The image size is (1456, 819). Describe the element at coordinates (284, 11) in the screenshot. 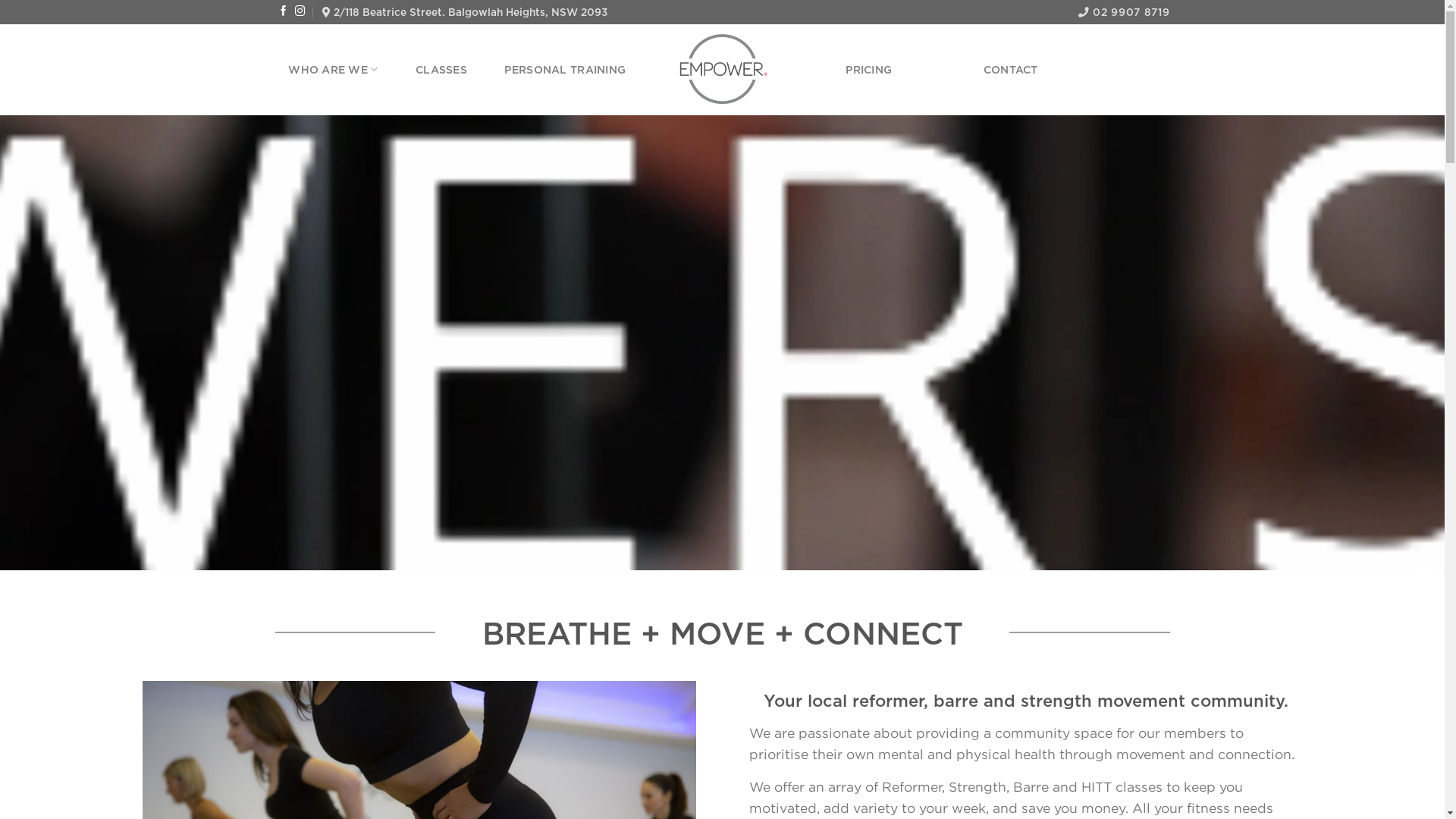

I see `'Follow on Facebook'` at that location.